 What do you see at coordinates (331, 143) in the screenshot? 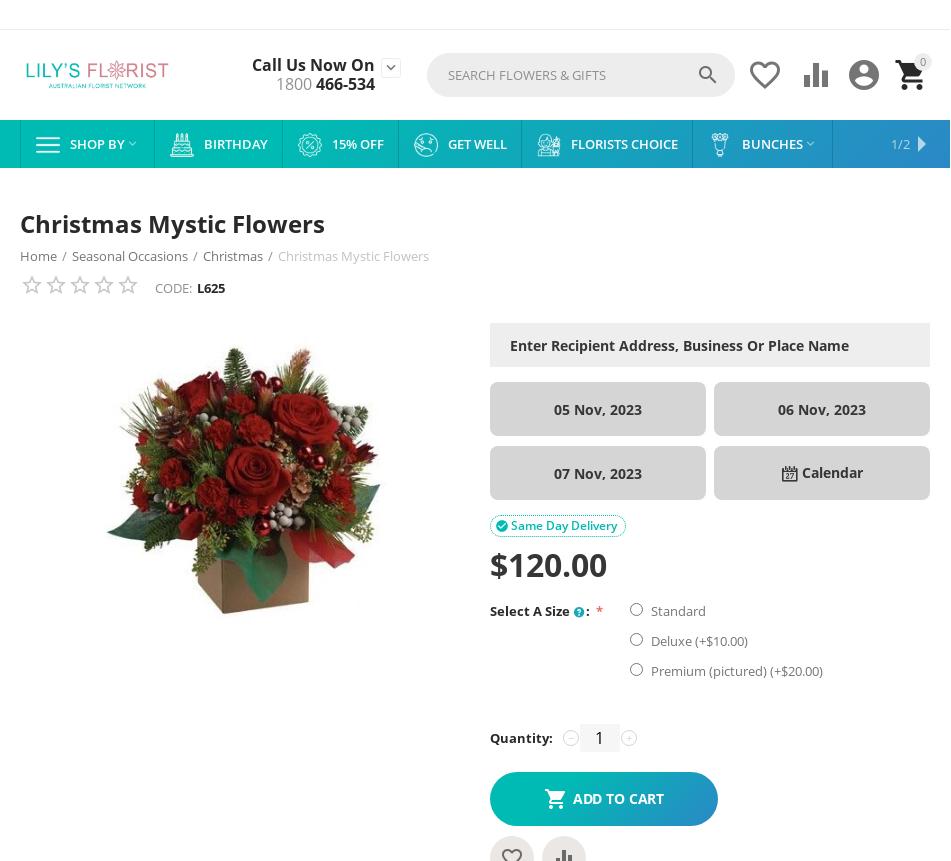
I see `'15% Off'` at bounding box center [331, 143].